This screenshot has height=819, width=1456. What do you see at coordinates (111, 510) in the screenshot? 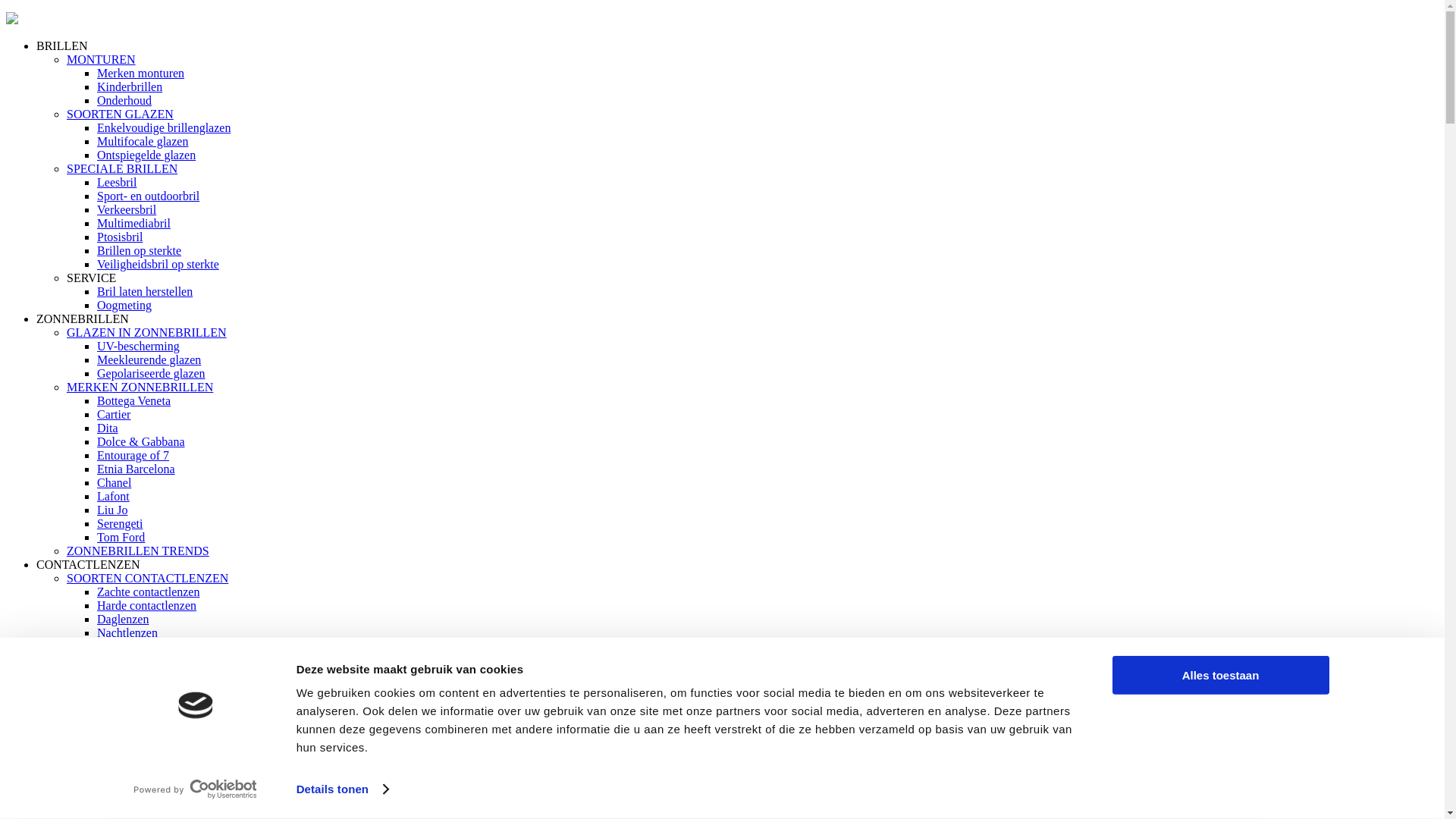
I see `'Liu Jo'` at bounding box center [111, 510].